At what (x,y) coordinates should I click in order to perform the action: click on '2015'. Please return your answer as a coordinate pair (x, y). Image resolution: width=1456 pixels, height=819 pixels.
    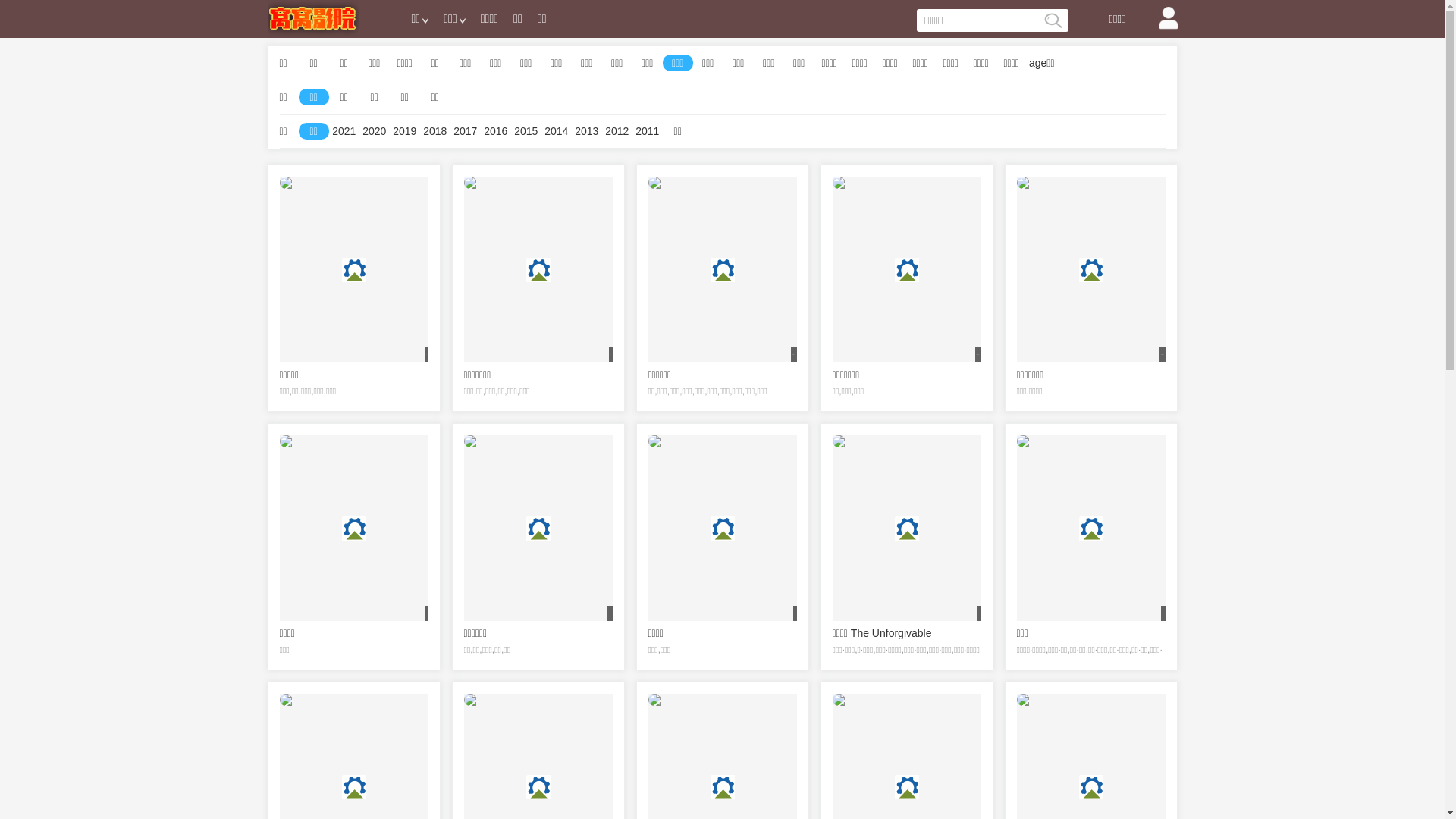
    Looking at the image, I should click on (526, 130).